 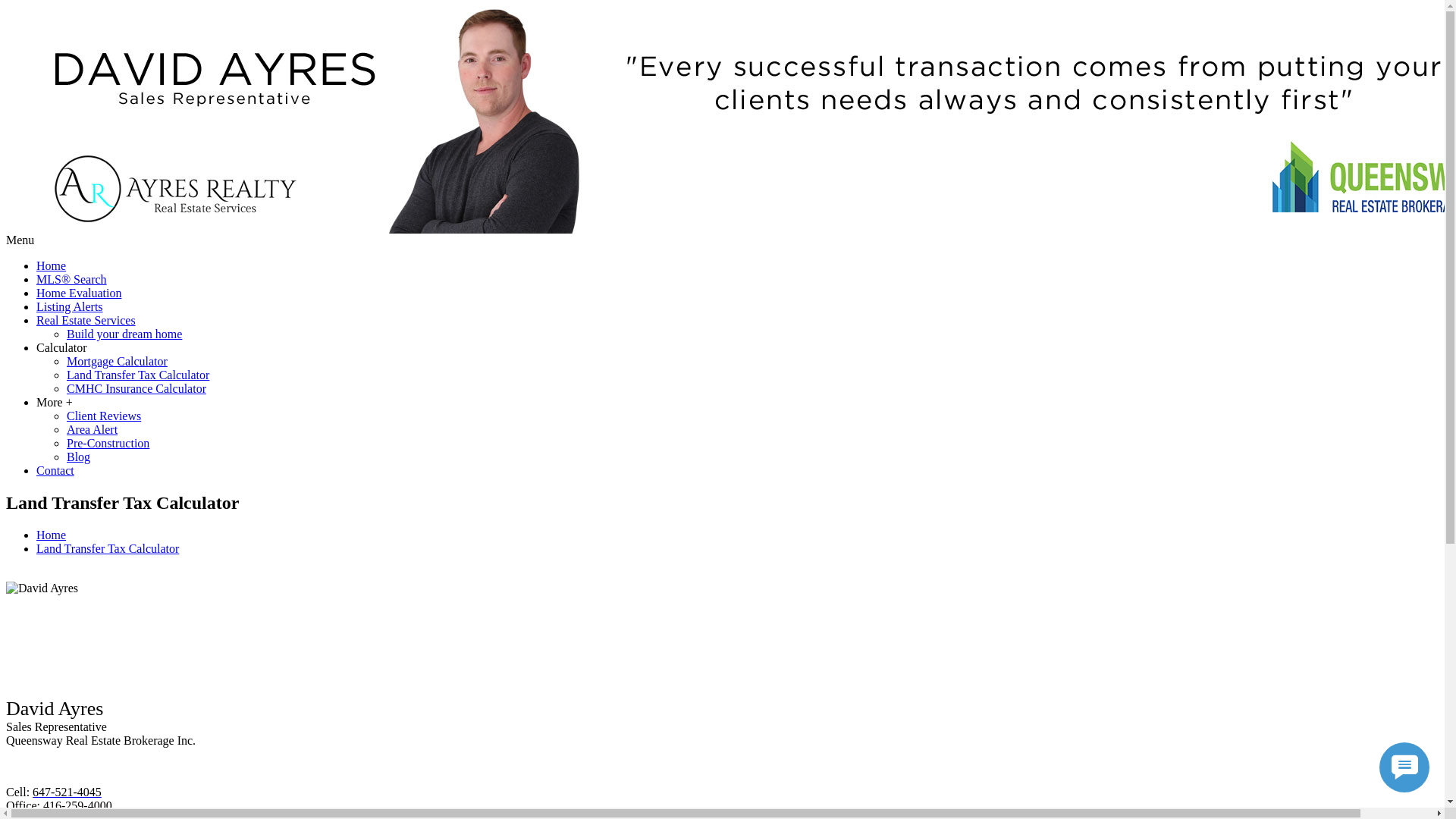 I want to click on 'Home Evaluation', so click(x=36, y=293).